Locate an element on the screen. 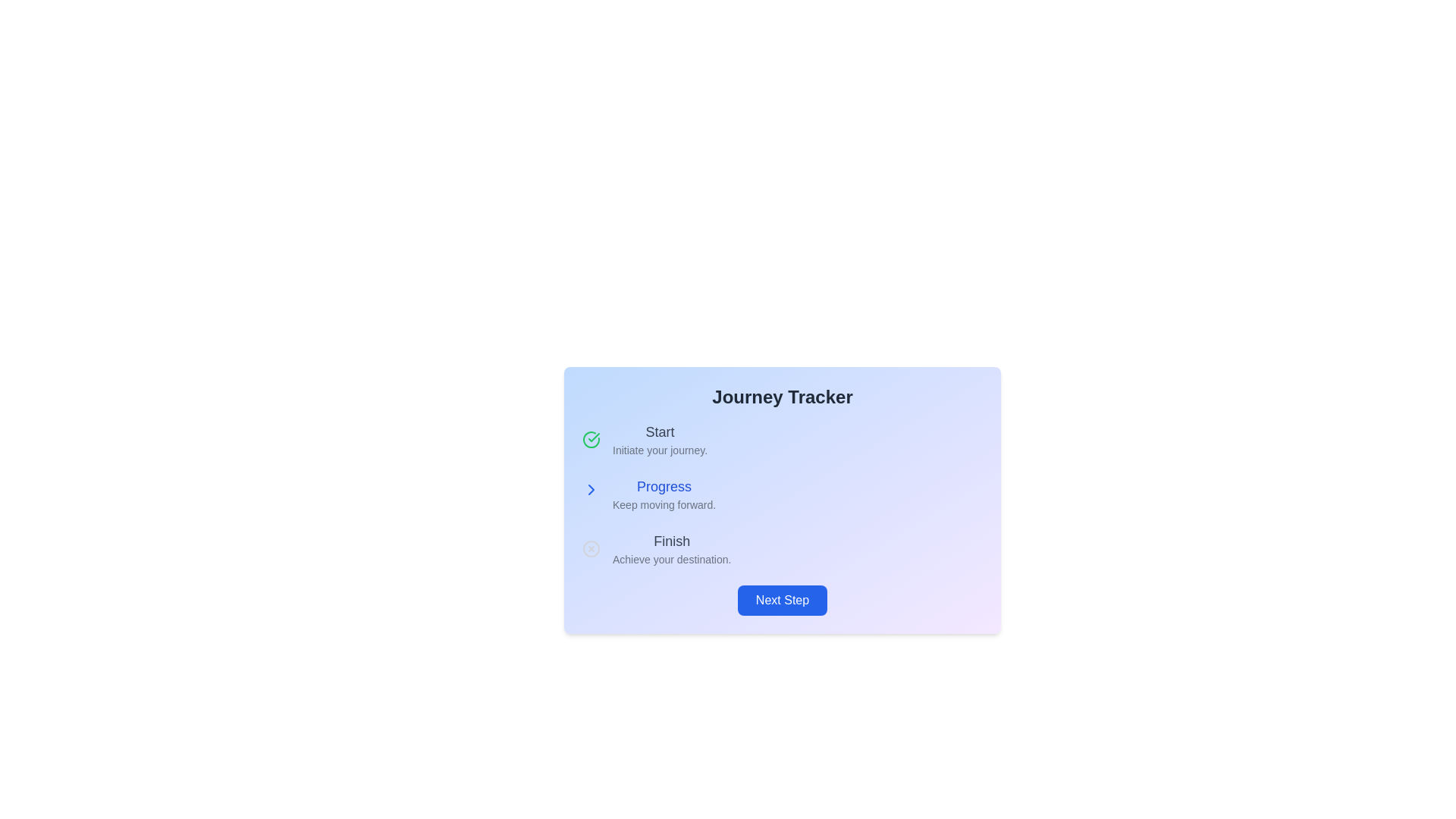 This screenshot has width=1456, height=819. the arrows is located at coordinates (783, 494).